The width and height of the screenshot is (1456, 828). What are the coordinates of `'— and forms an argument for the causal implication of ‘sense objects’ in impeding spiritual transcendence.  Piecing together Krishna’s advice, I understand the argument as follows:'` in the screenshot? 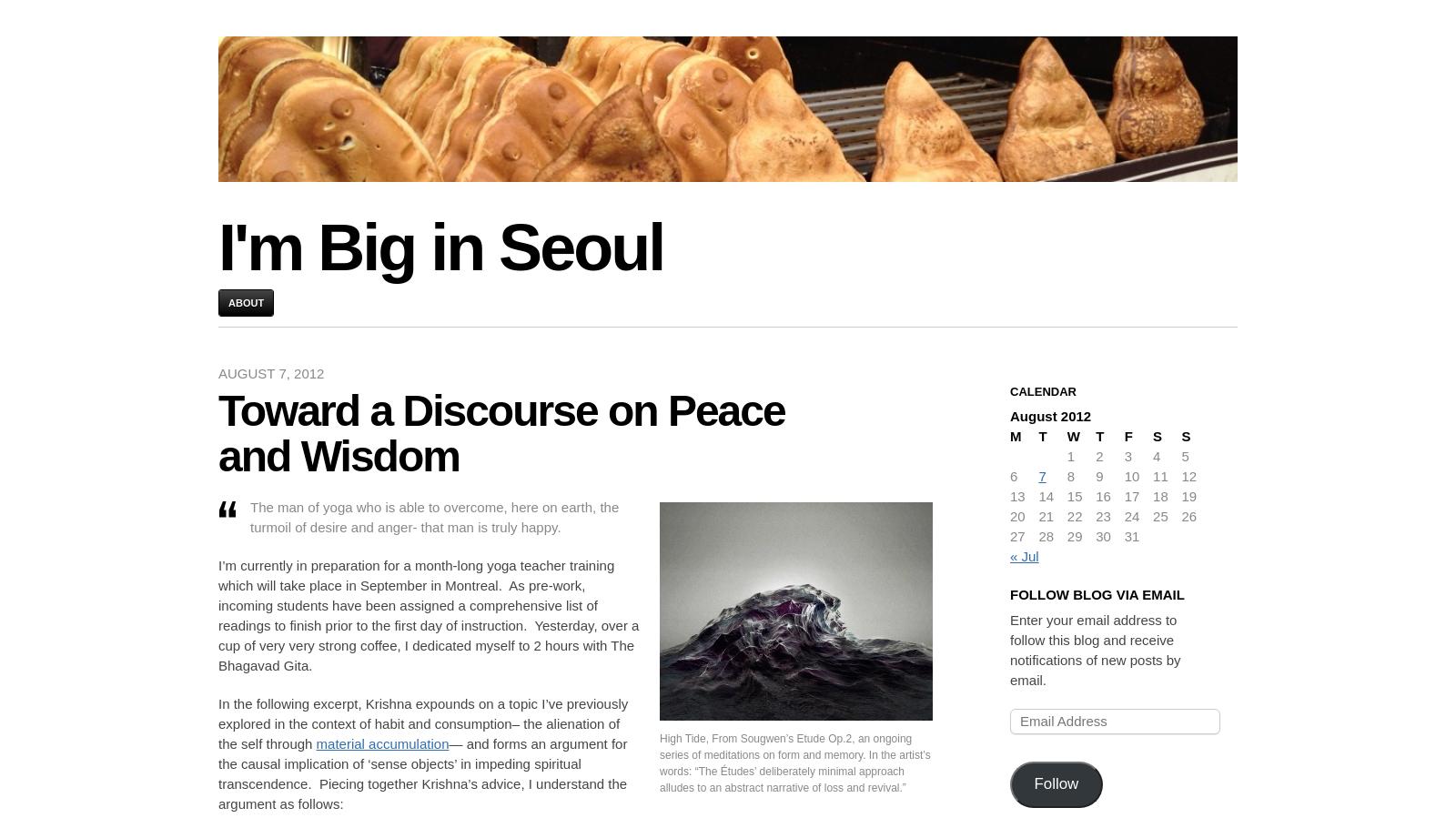 It's located at (421, 772).